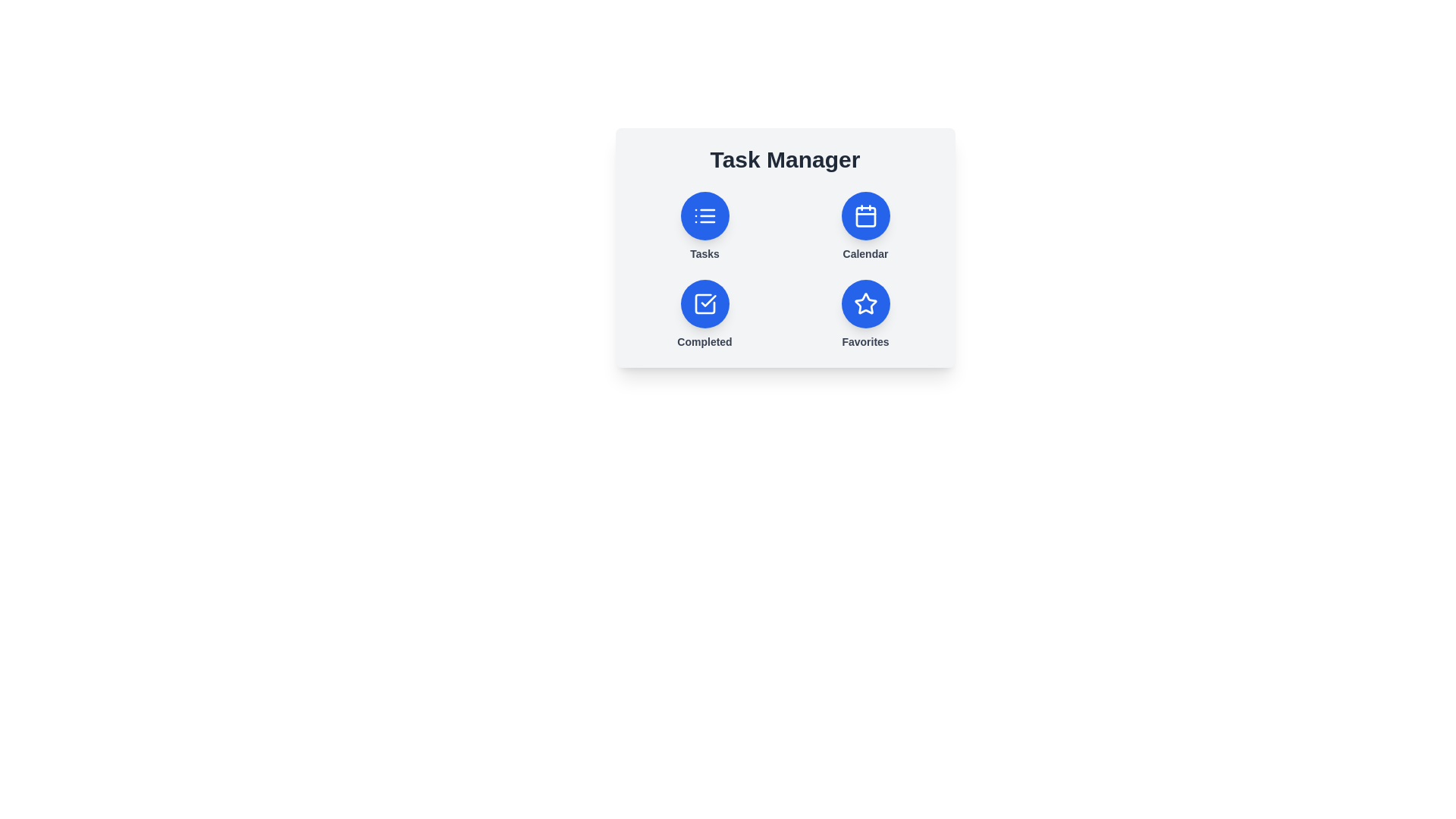  I want to click on the calendar button located below the 'Task Manager' title and to the right of the 'Tasks' button, so click(865, 227).